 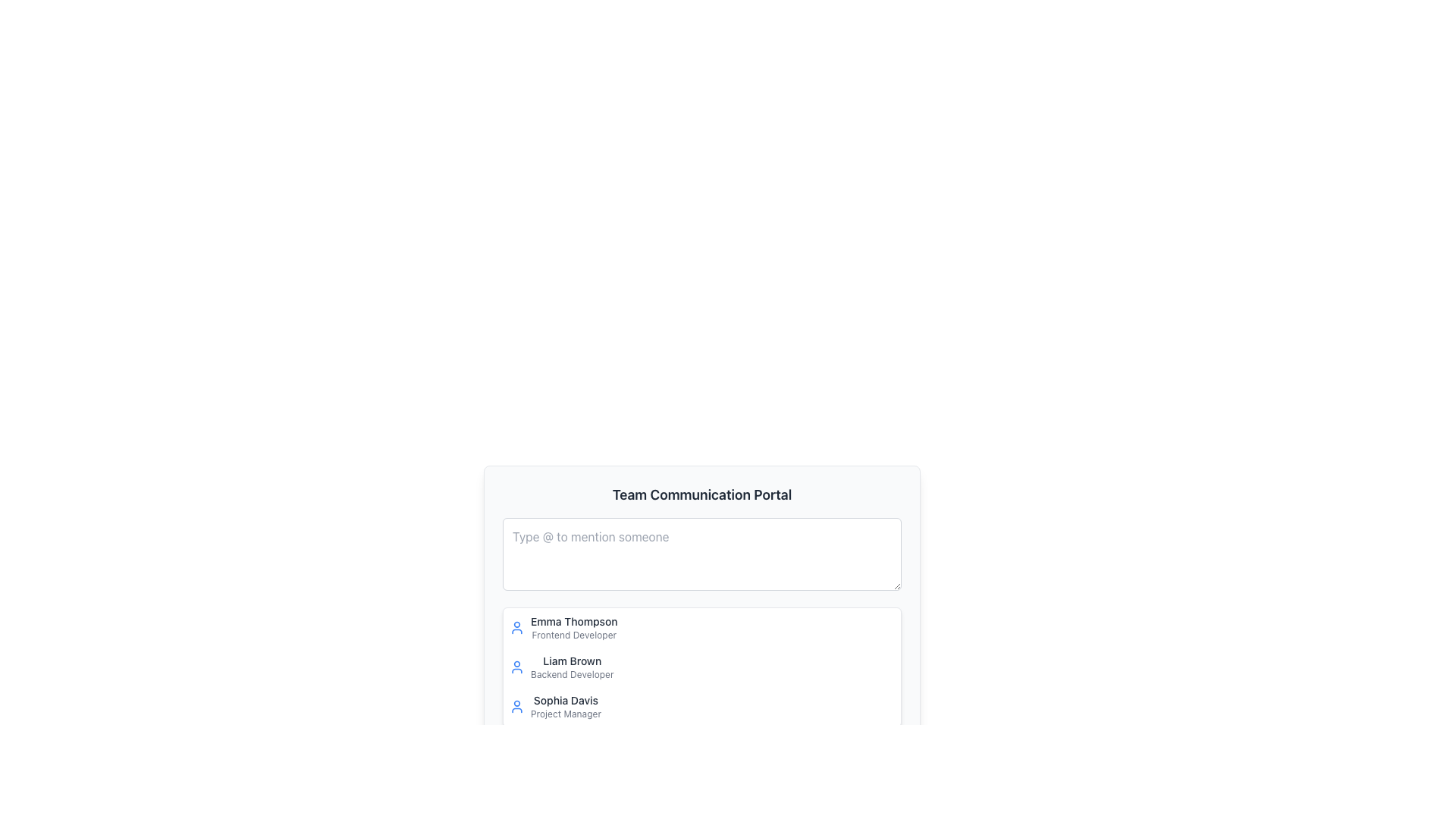 What do you see at coordinates (516, 707) in the screenshot?
I see `the user profile icon located to the left of the 'Sophia Davis' label and the 'Project Manager' description in the user list, which serves as an indicator for user identity` at bounding box center [516, 707].